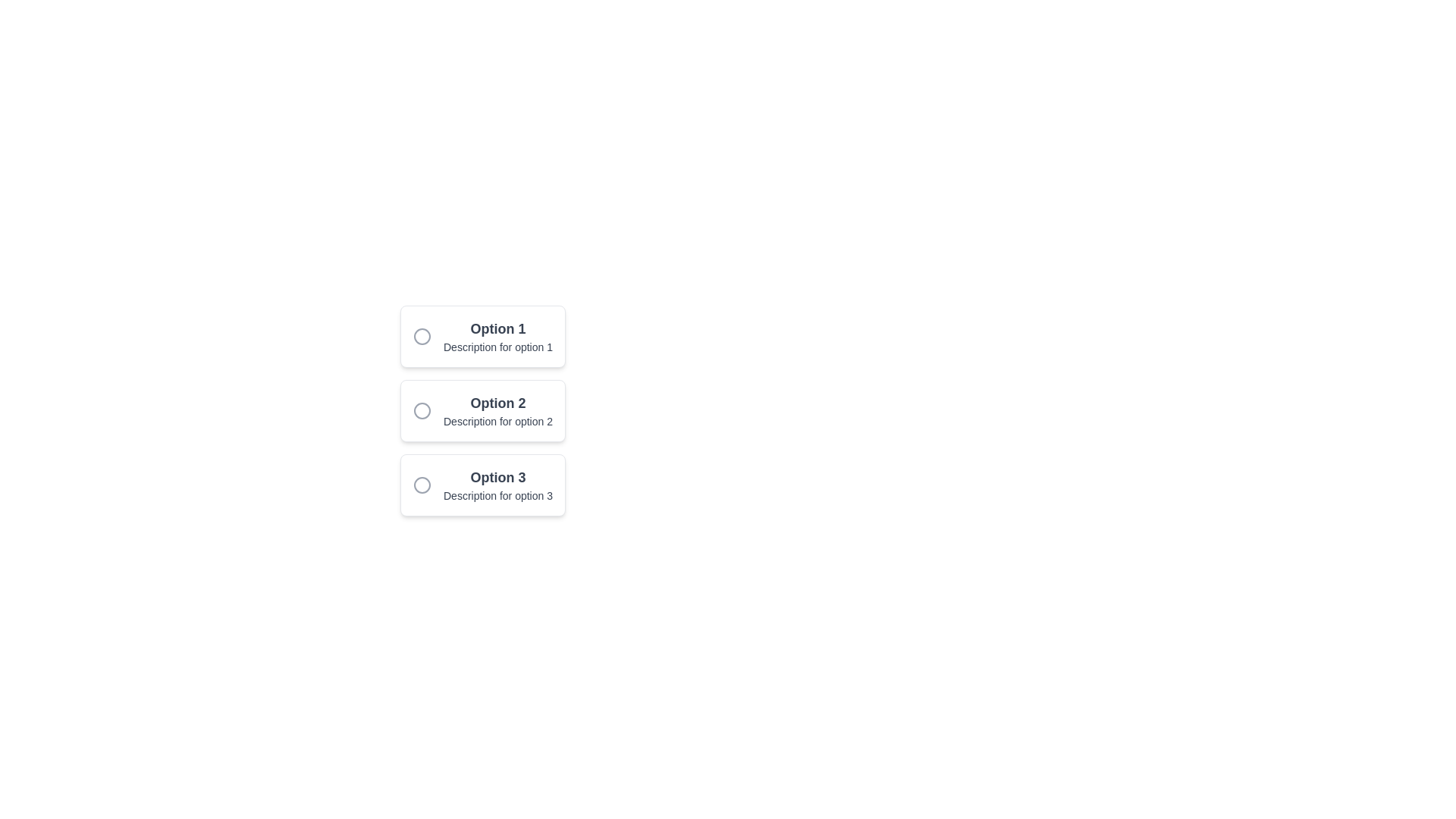 Image resolution: width=1456 pixels, height=819 pixels. Describe the element at coordinates (498, 496) in the screenshot. I see `the label that provides a textual description for 'Option 3', located beneath it in the multi-option layout` at that location.